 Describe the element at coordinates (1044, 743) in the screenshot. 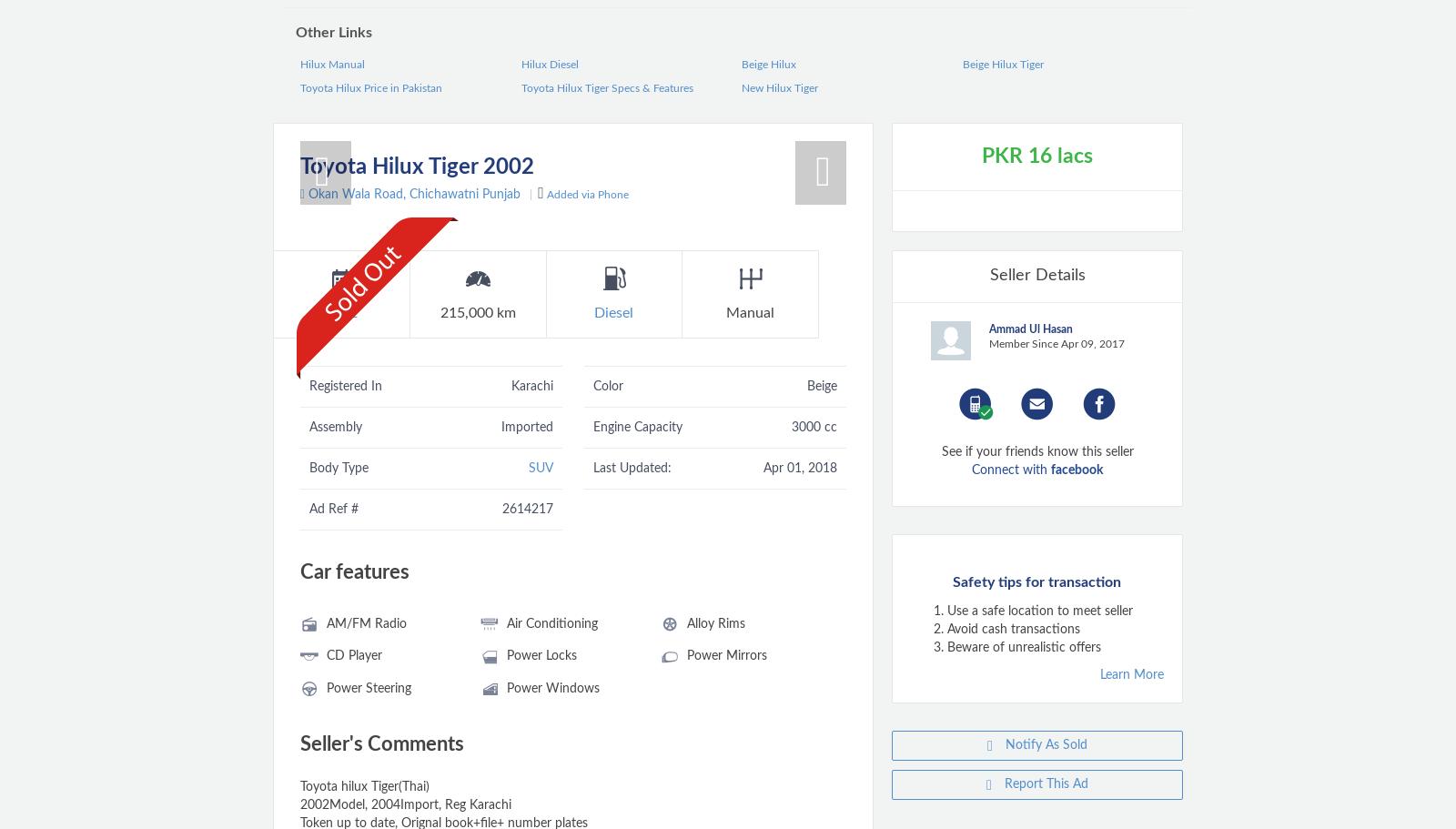

I see `'Notify as Sold'` at that location.